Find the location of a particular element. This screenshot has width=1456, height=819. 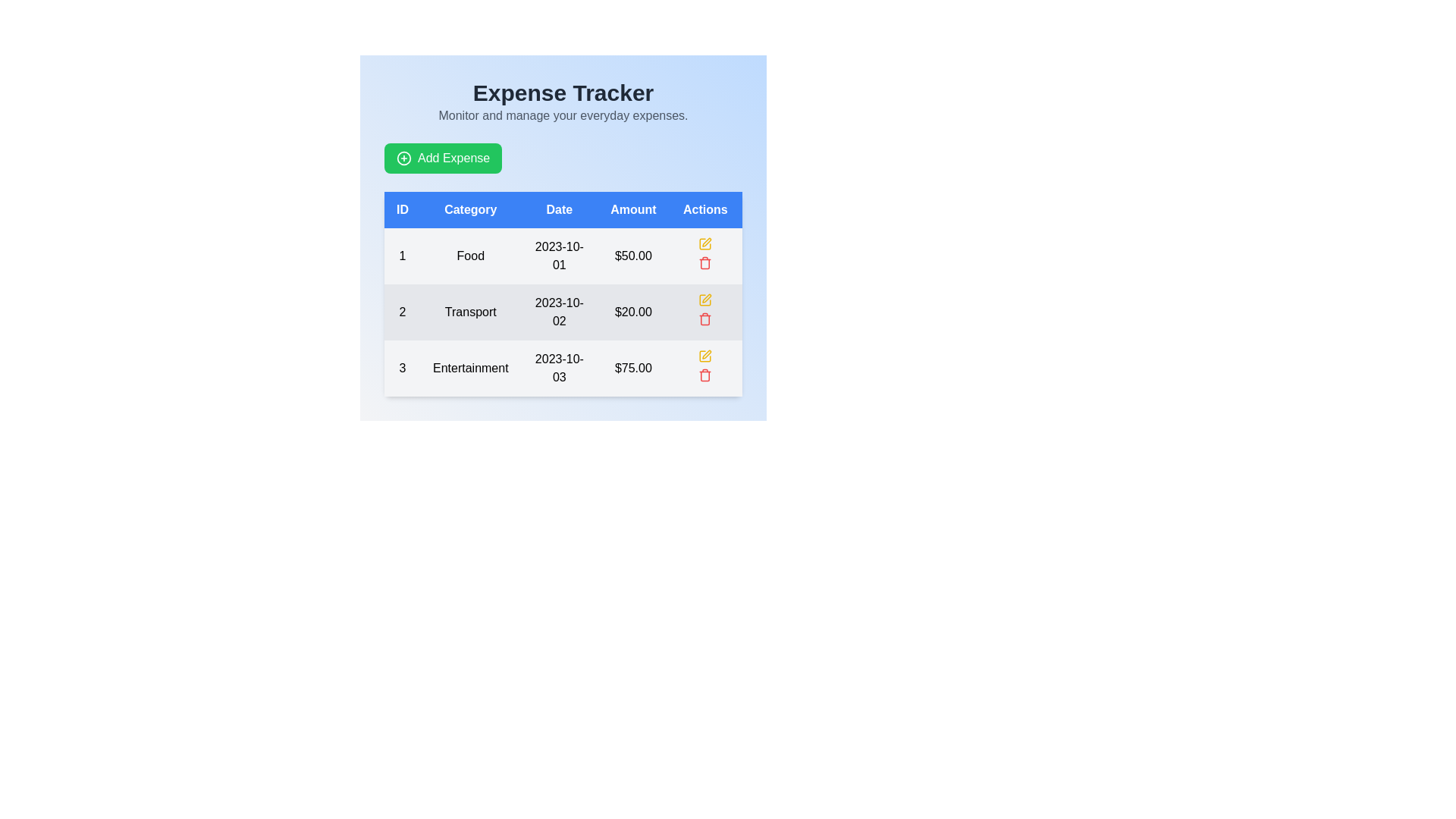

the pen-shaped icon in the 'Actions' column of the third row of the table is located at coordinates (706, 354).